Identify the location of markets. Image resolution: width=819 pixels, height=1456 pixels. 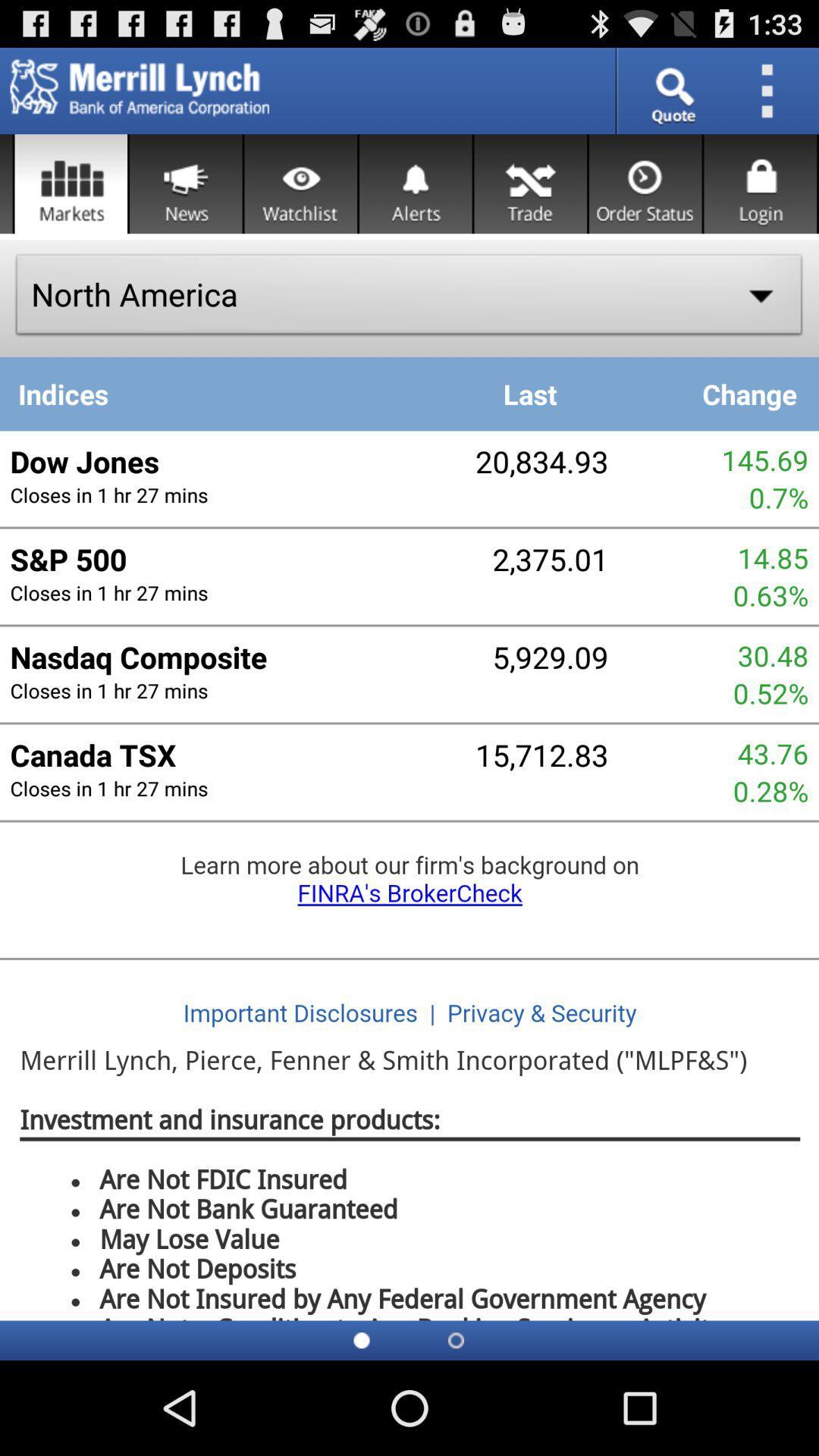
(71, 183).